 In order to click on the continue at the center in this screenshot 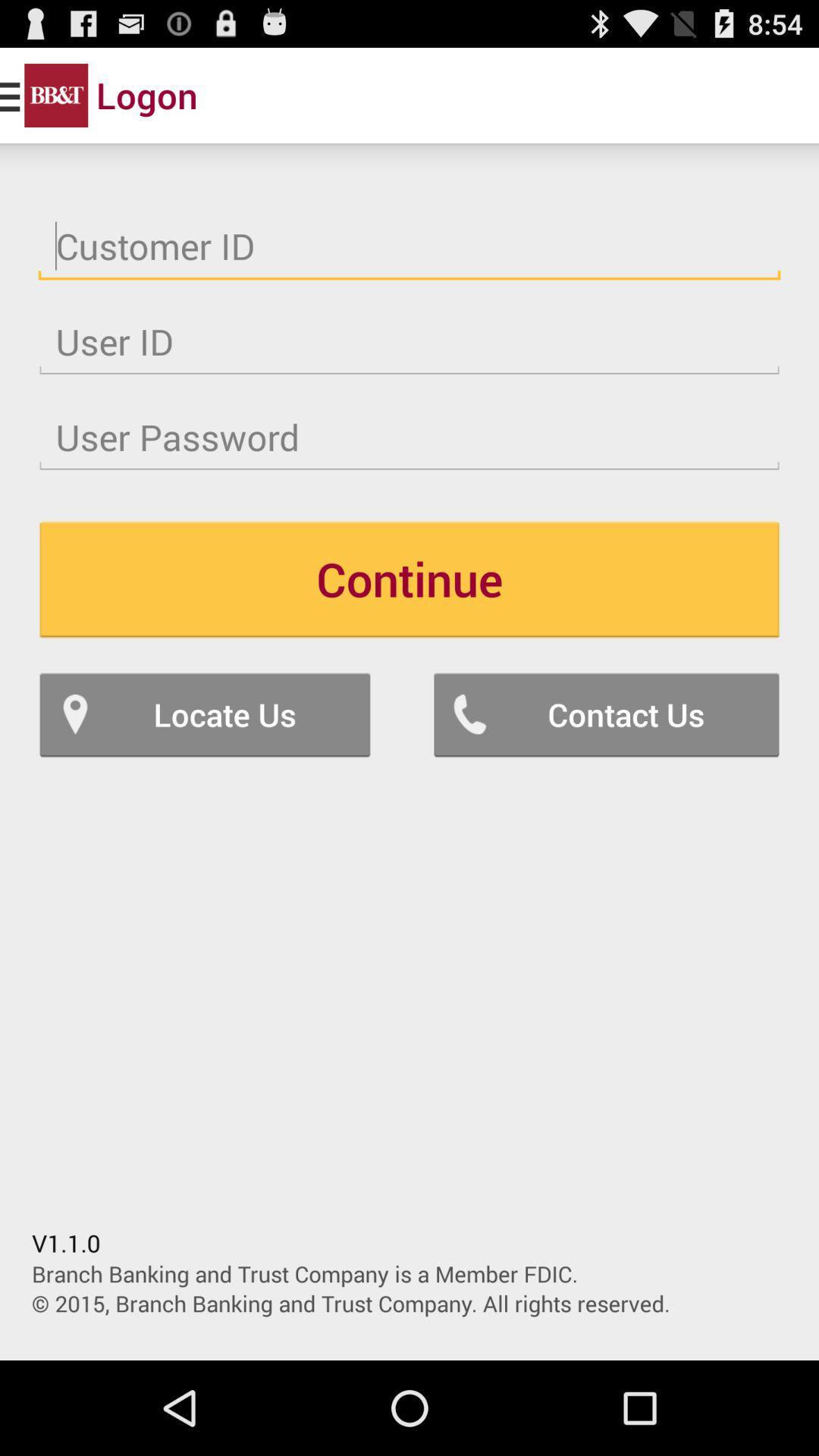, I will do `click(409, 578)`.